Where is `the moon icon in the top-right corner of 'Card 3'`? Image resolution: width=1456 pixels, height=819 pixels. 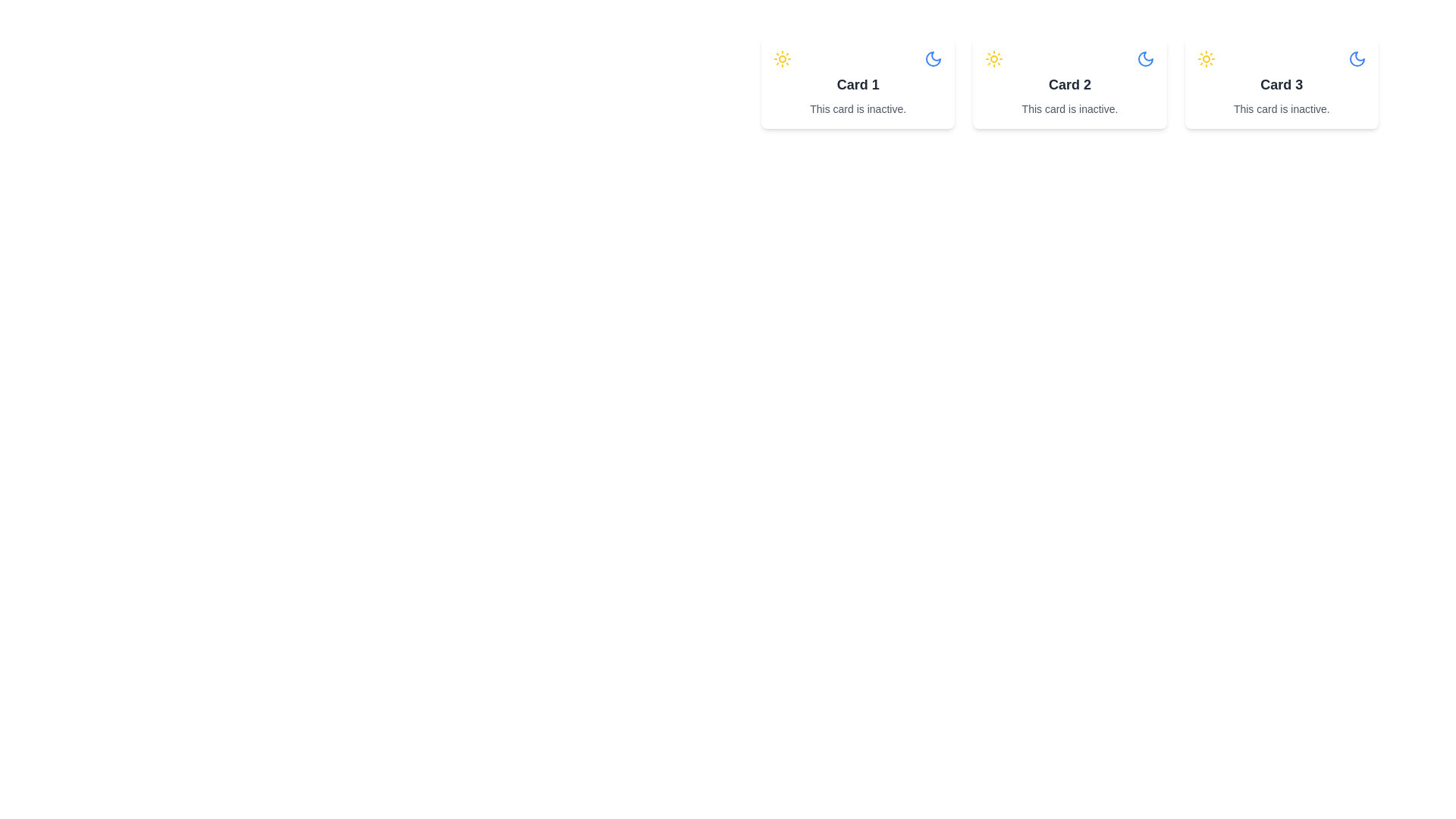
the moon icon in the top-right corner of 'Card 3' is located at coordinates (1357, 58).